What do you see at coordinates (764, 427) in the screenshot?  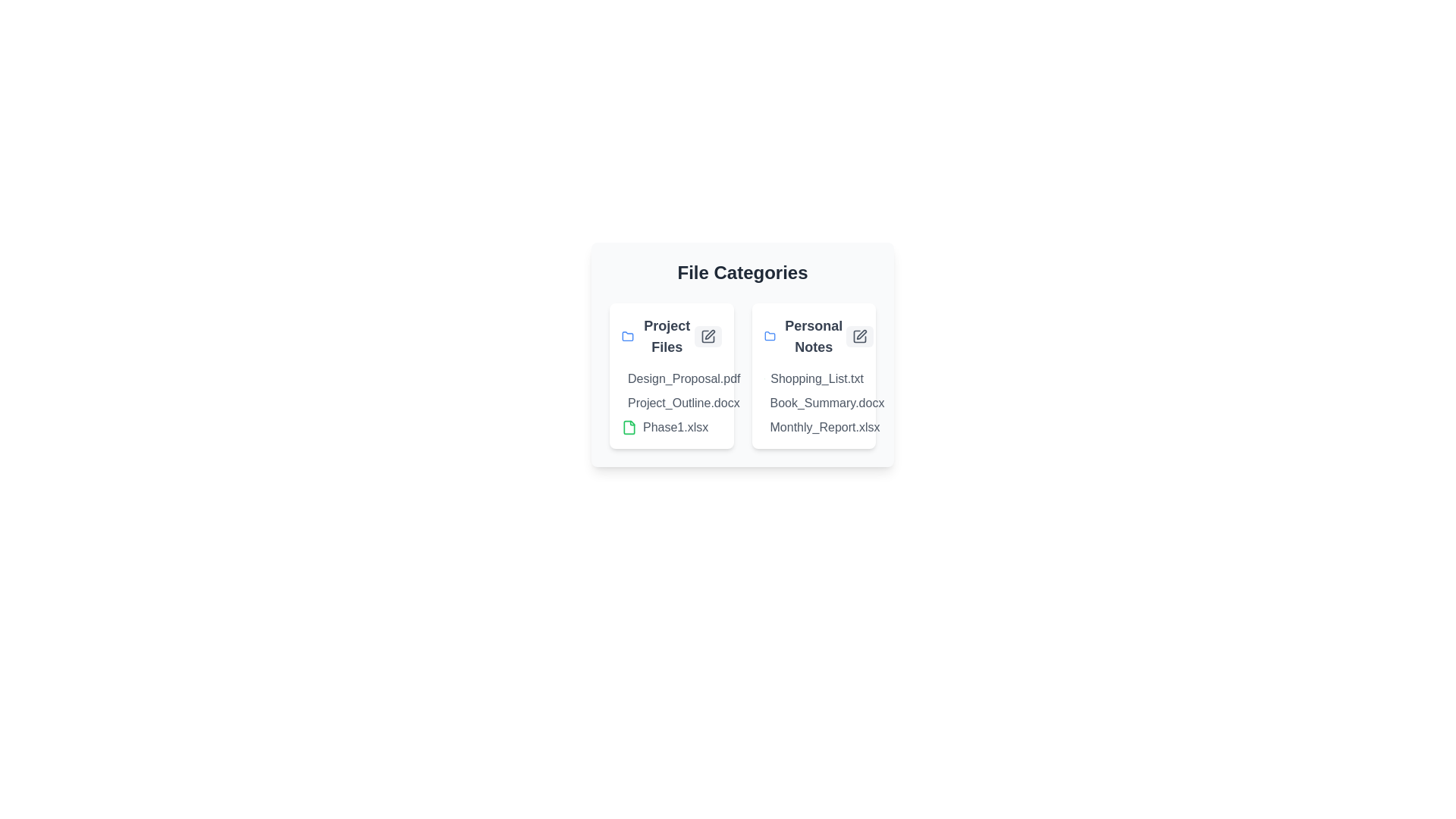 I see `the text of the document named Monthly_Report.xlsx in the list` at bounding box center [764, 427].